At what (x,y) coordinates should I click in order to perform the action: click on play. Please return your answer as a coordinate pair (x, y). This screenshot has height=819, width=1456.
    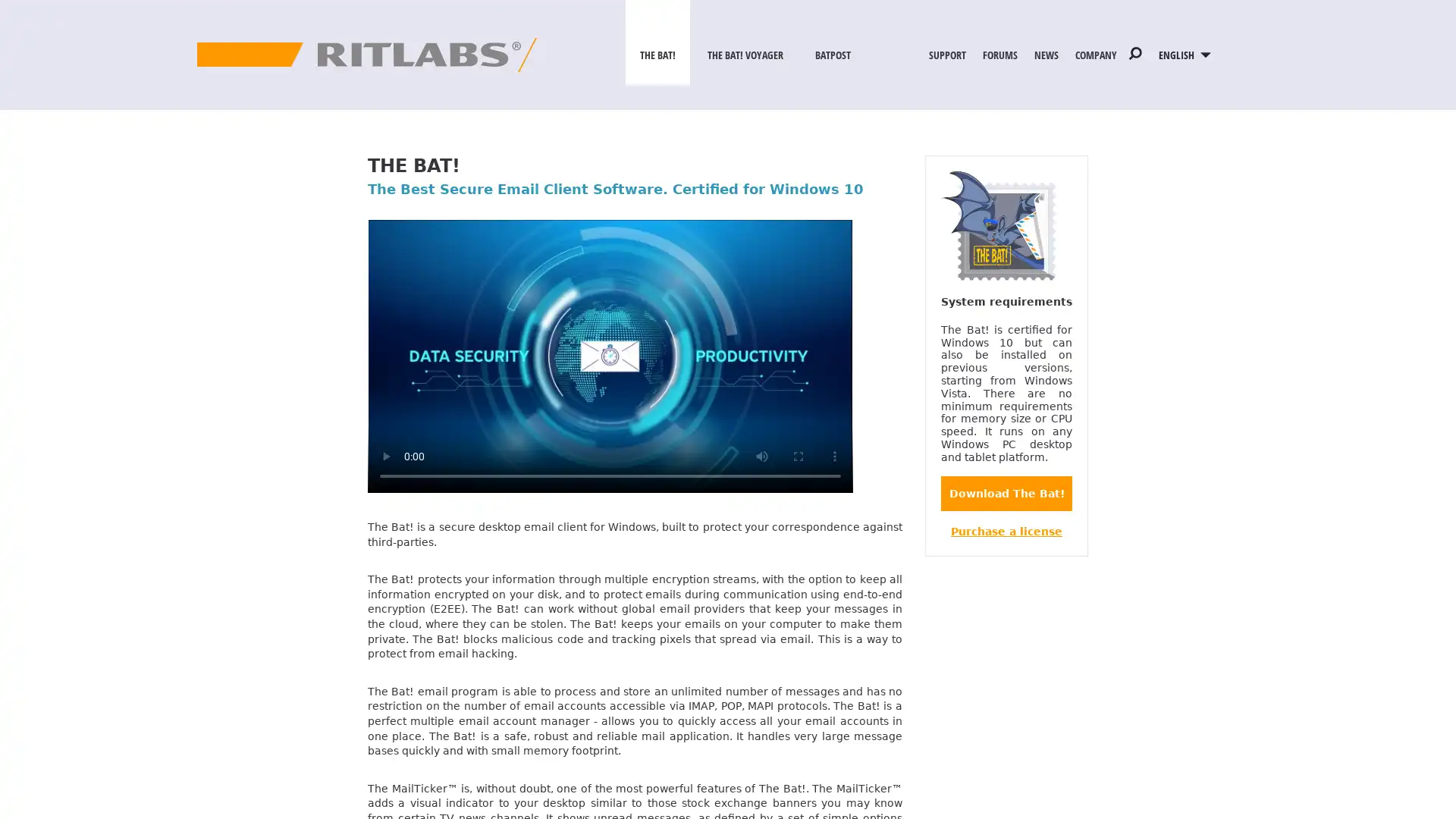
    Looking at the image, I should click on (385, 455).